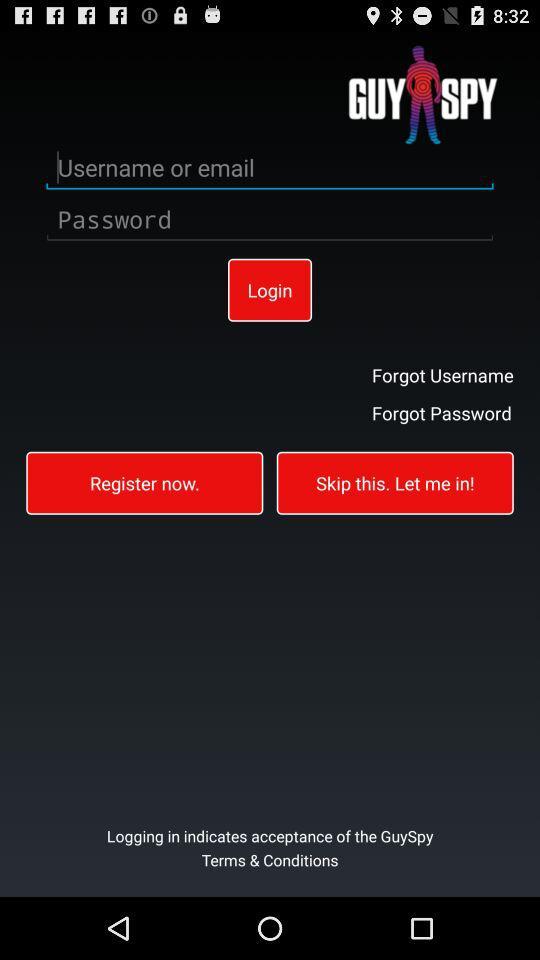  I want to click on the button to the right of register now. icon, so click(395, 481).